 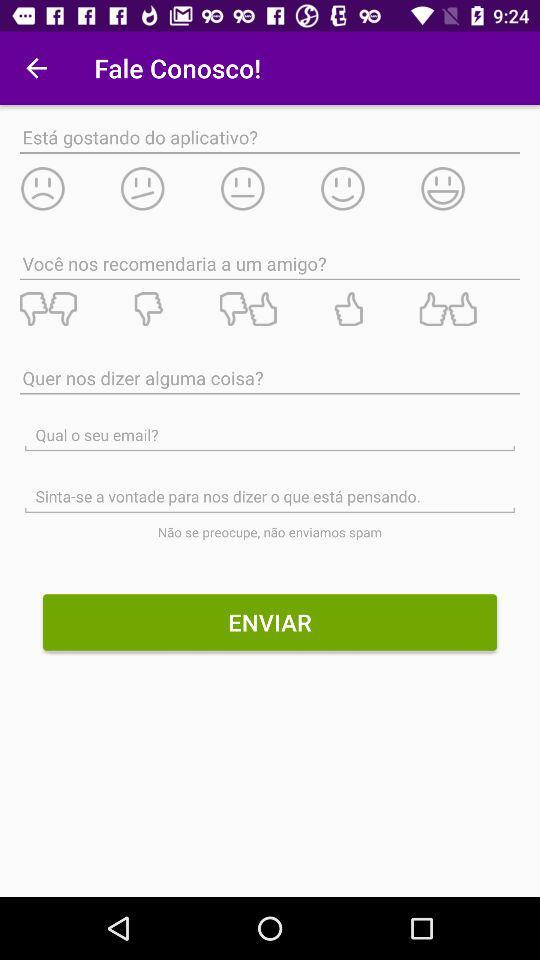 What do you see at coordinates (168, 309) in the screenshot?
I see `dislike/rating system` at bounding box center [168, 309].